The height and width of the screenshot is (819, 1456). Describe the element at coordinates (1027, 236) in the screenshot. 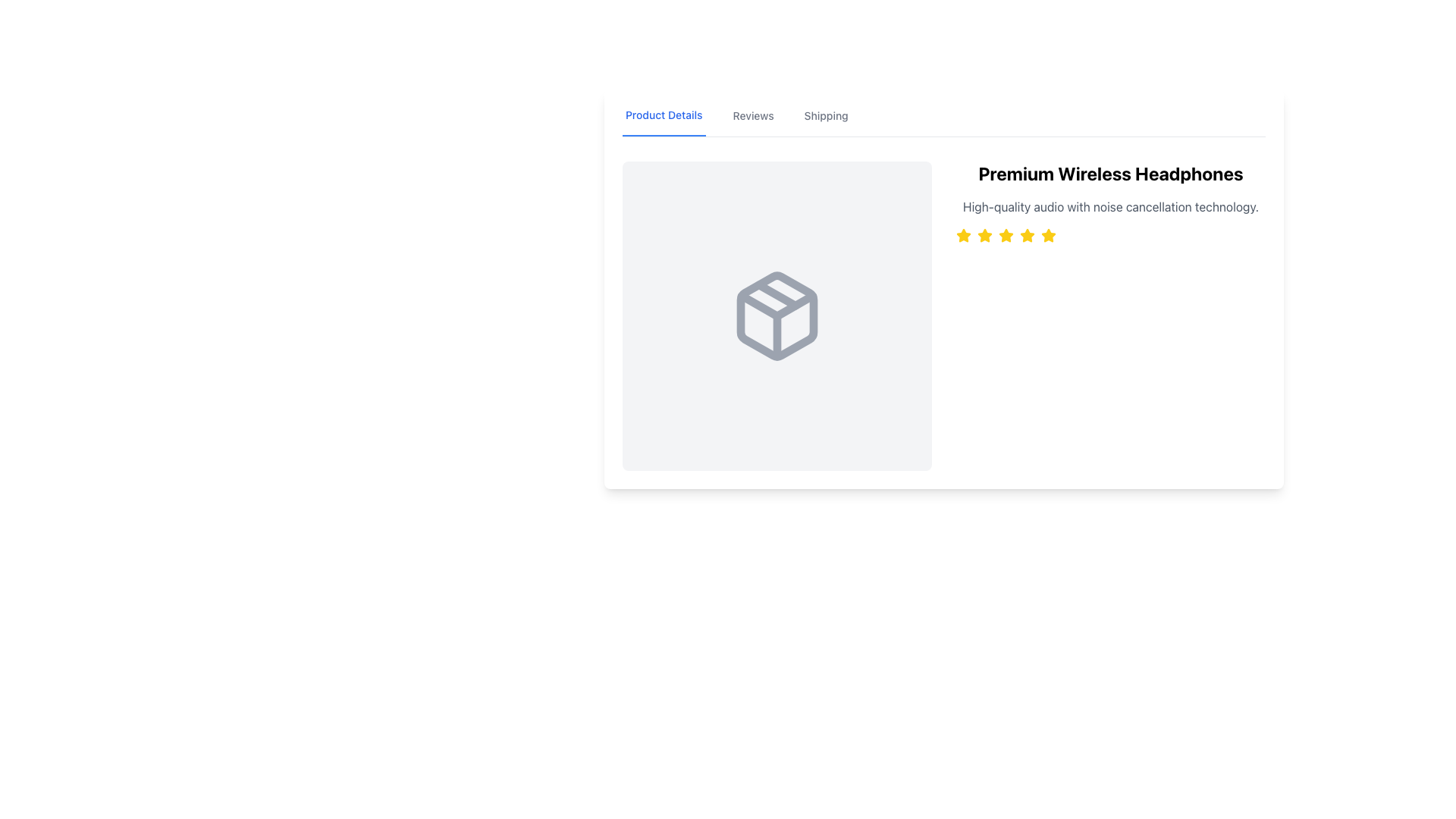

I see `the yellow star icon, which is the sixth star in the row of rating indicators for 'Premium Wireless Headphones.'` at that location.